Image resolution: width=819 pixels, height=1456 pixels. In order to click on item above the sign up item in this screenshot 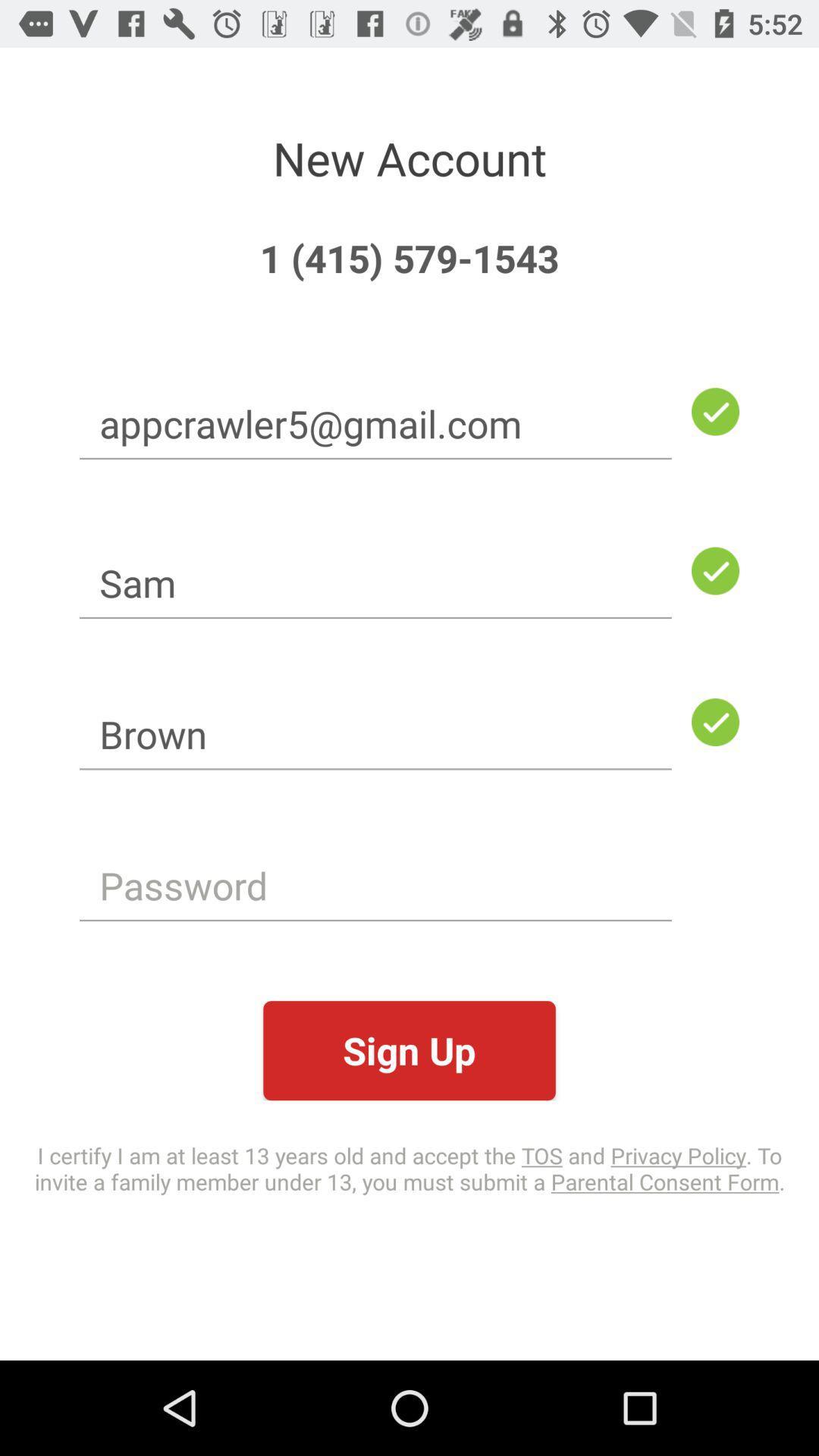, I will do `click(375, 885)`.